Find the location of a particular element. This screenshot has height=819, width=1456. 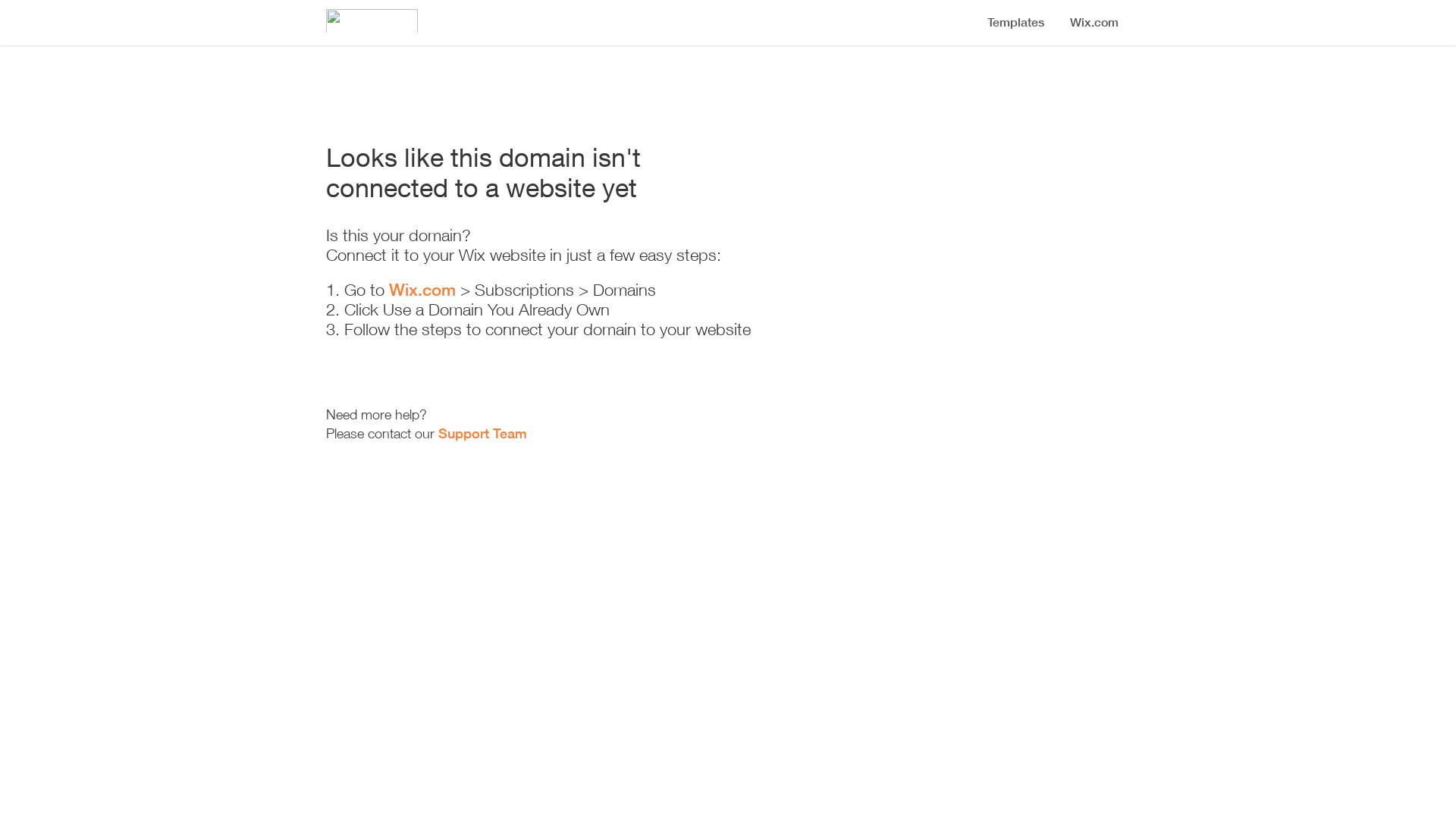

'Wix.com' is located at coordinates (422, 289).